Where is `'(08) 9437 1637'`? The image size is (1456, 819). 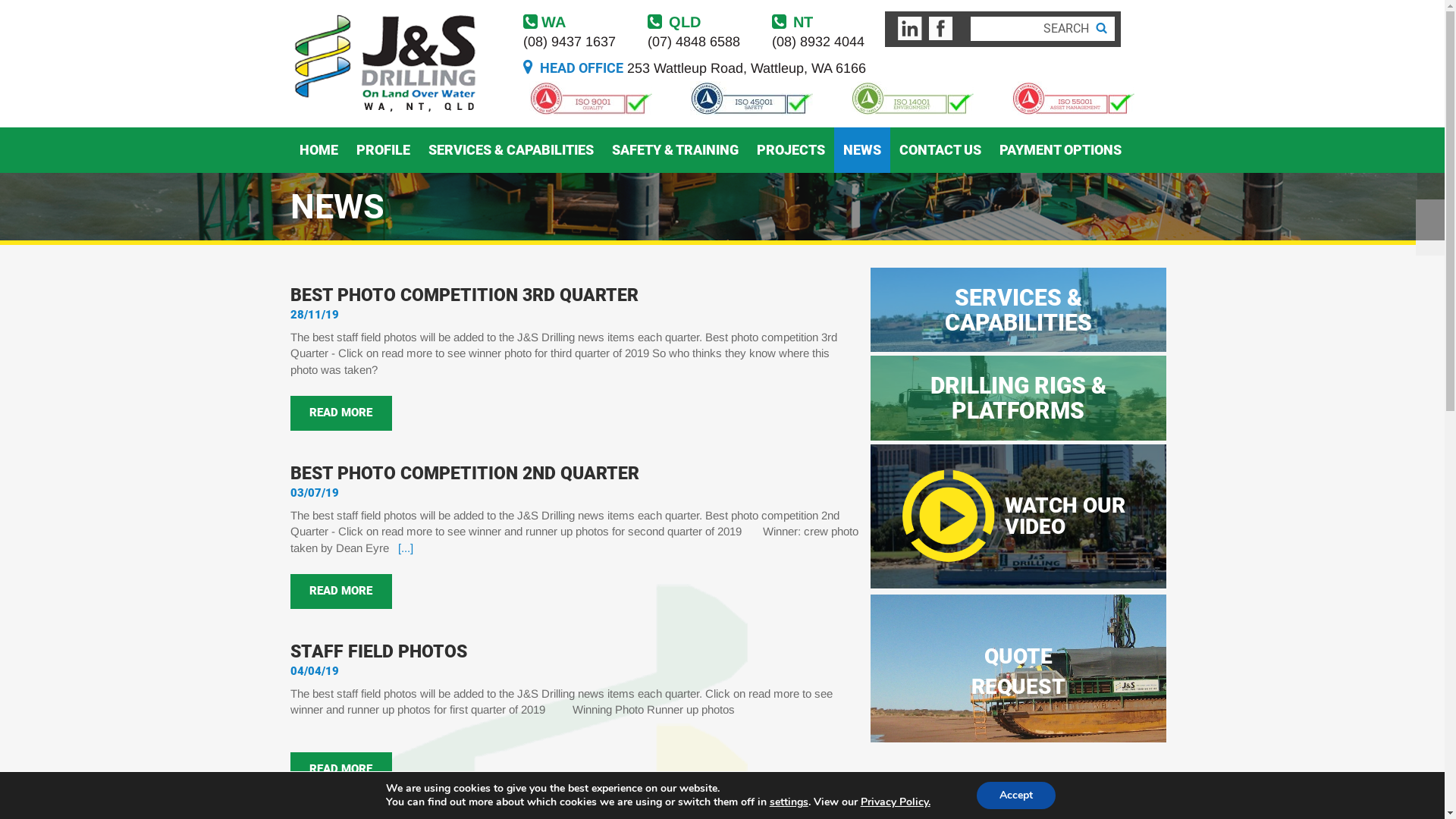 '(08) 9437 1637' is located at coordinates (573, 40).